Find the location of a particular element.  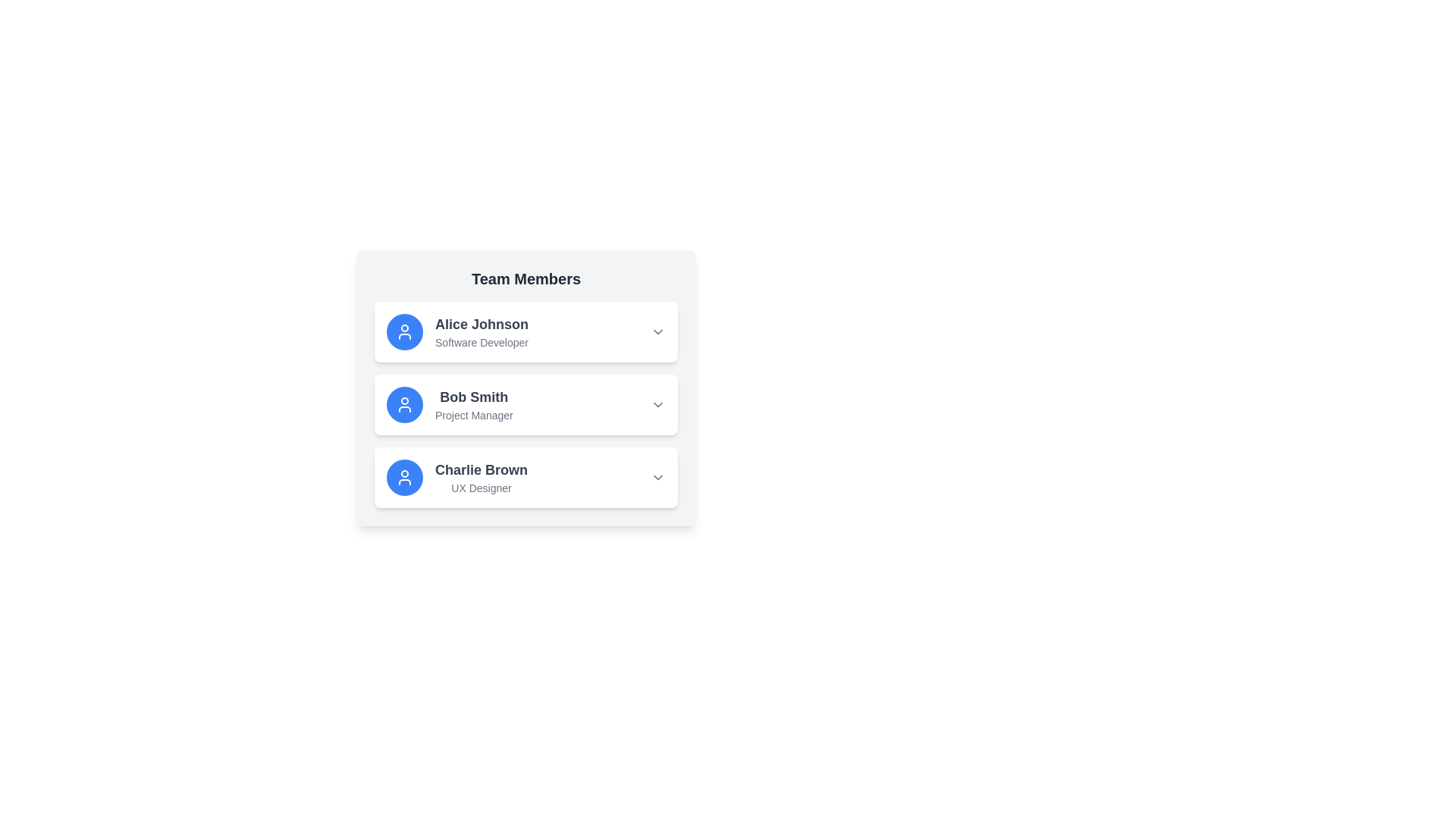

the user icon representing 'Bob Smith' in the team list is located at coordinates (404, 403).